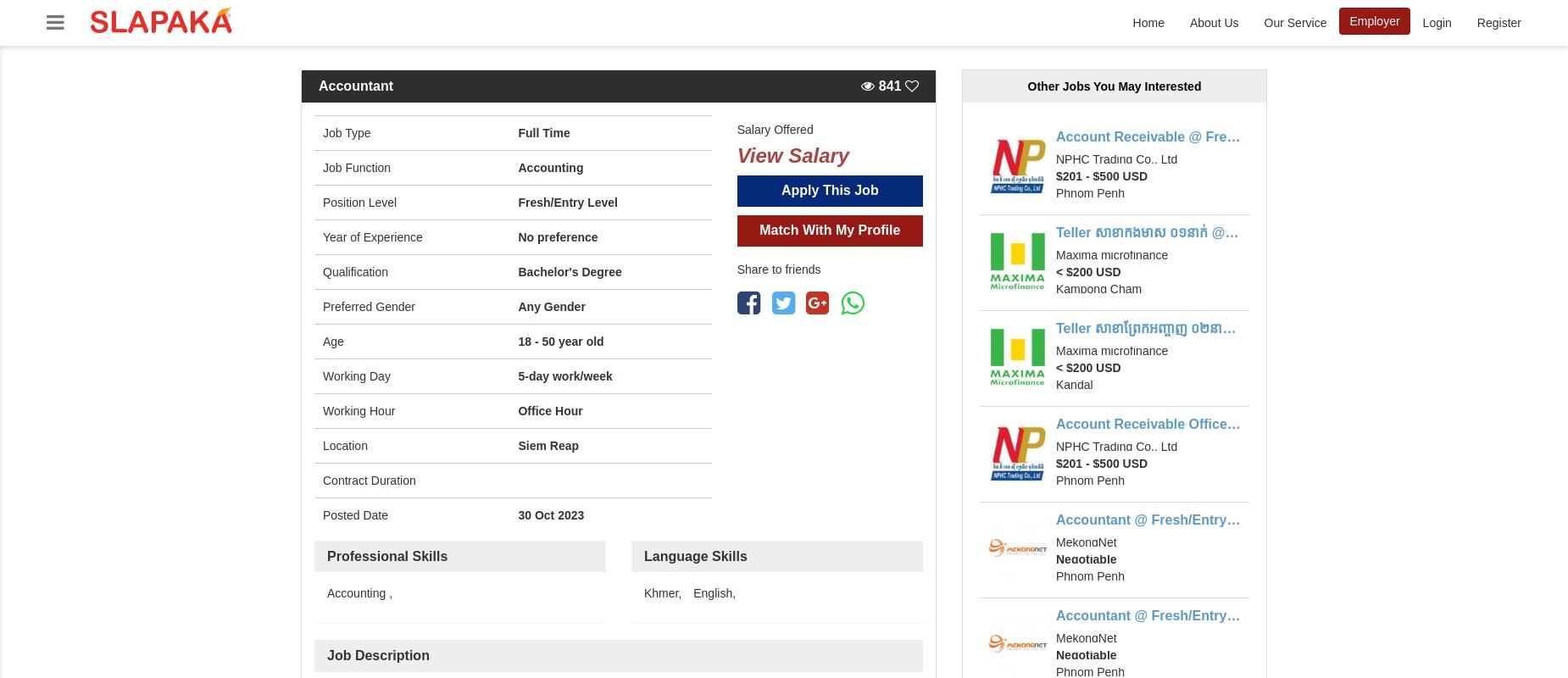 The image size is (1568, 678). I want to click on '18 - 50 year old', so click(560, 340).